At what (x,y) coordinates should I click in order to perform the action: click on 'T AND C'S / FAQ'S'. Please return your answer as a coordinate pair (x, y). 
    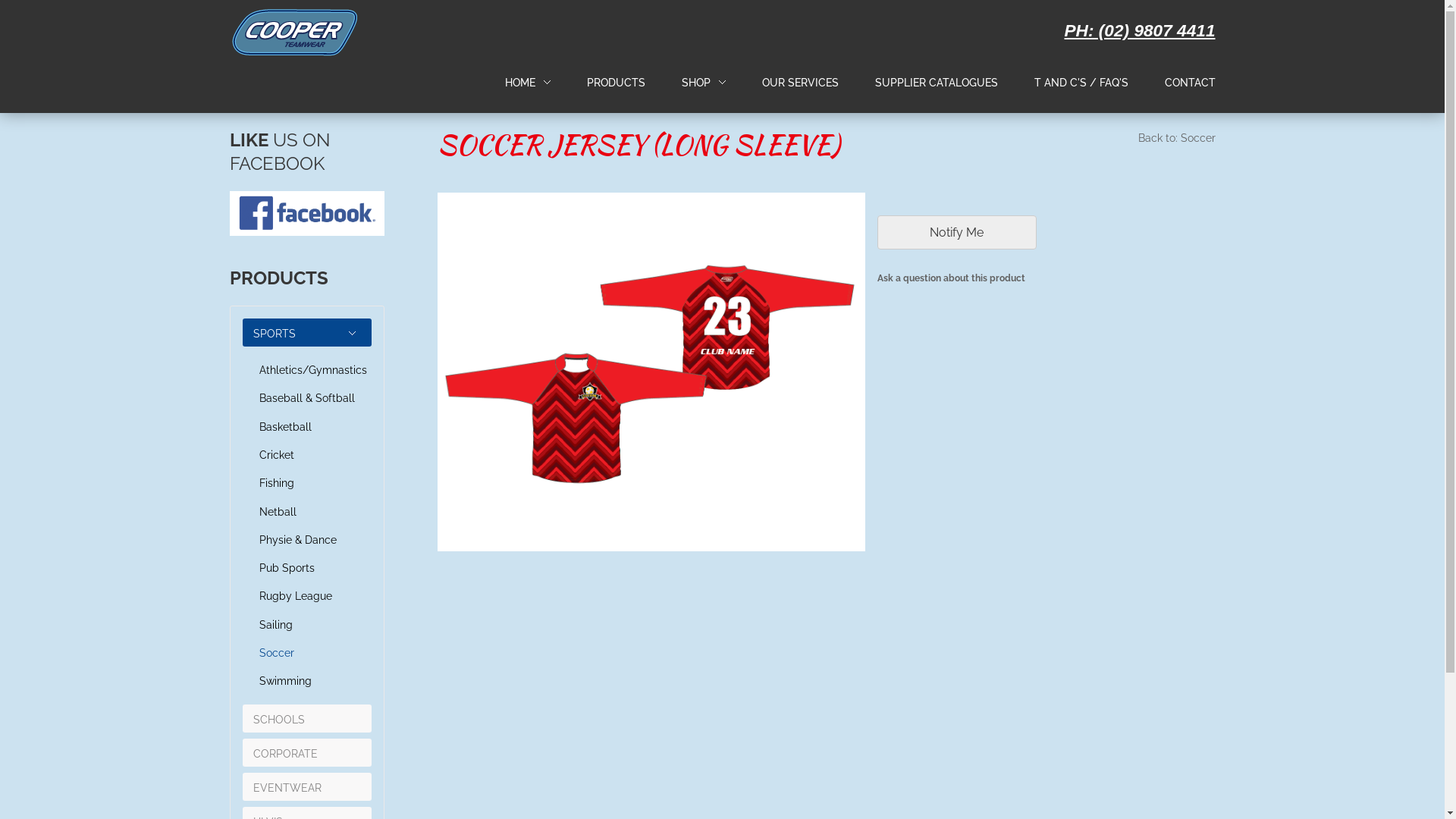
    Looking at the image, I should click on (1080, 83).